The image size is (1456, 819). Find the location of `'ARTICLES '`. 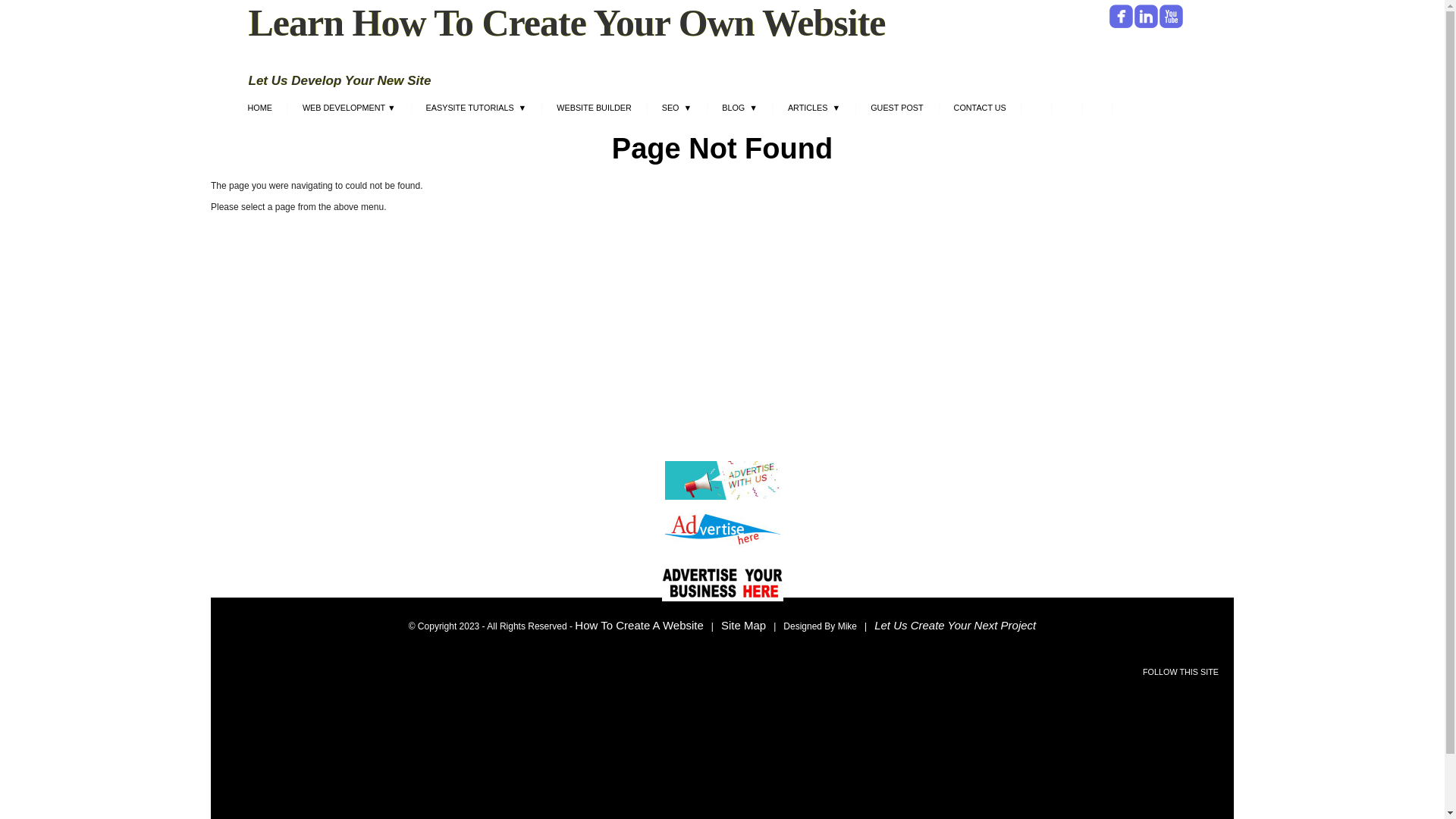

'ARTICLES ' is located at coordinates (813, 109).